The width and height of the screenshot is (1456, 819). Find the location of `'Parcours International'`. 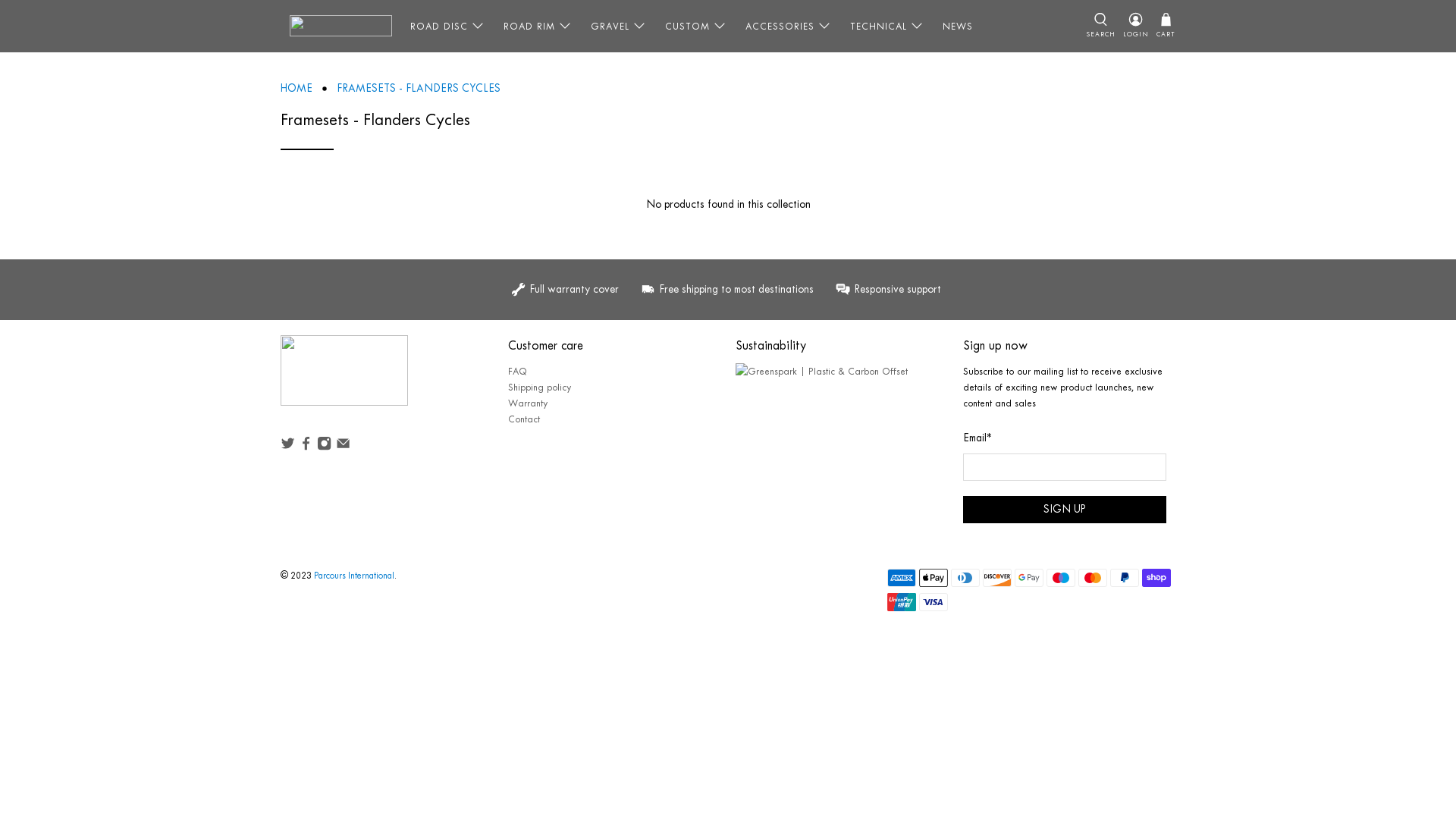

'Parcours International' is located at coordinates (340, 26).